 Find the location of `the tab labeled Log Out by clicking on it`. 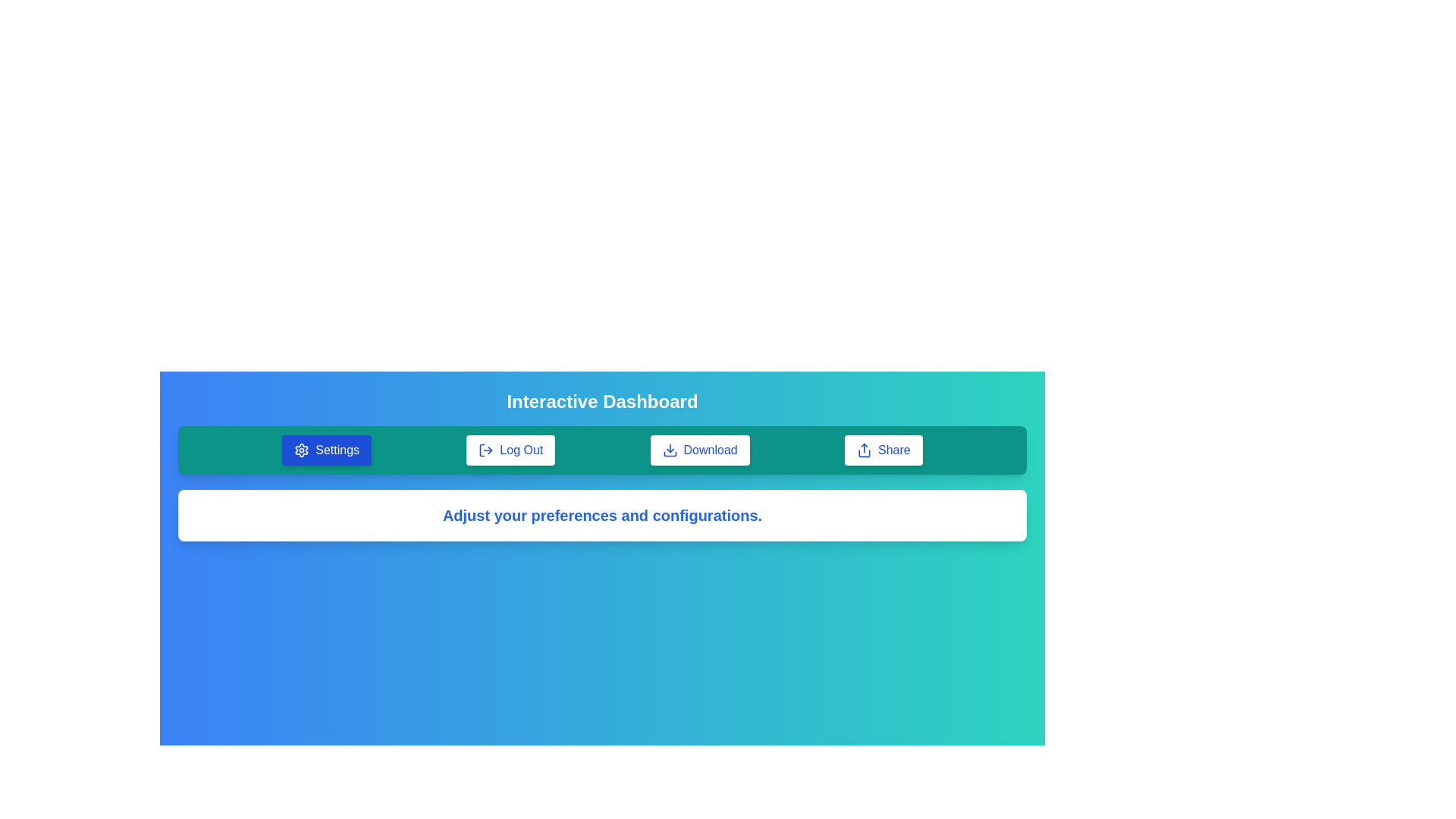

the tab labeled Log Out by clicking on it is located at coordinates (510, 450).